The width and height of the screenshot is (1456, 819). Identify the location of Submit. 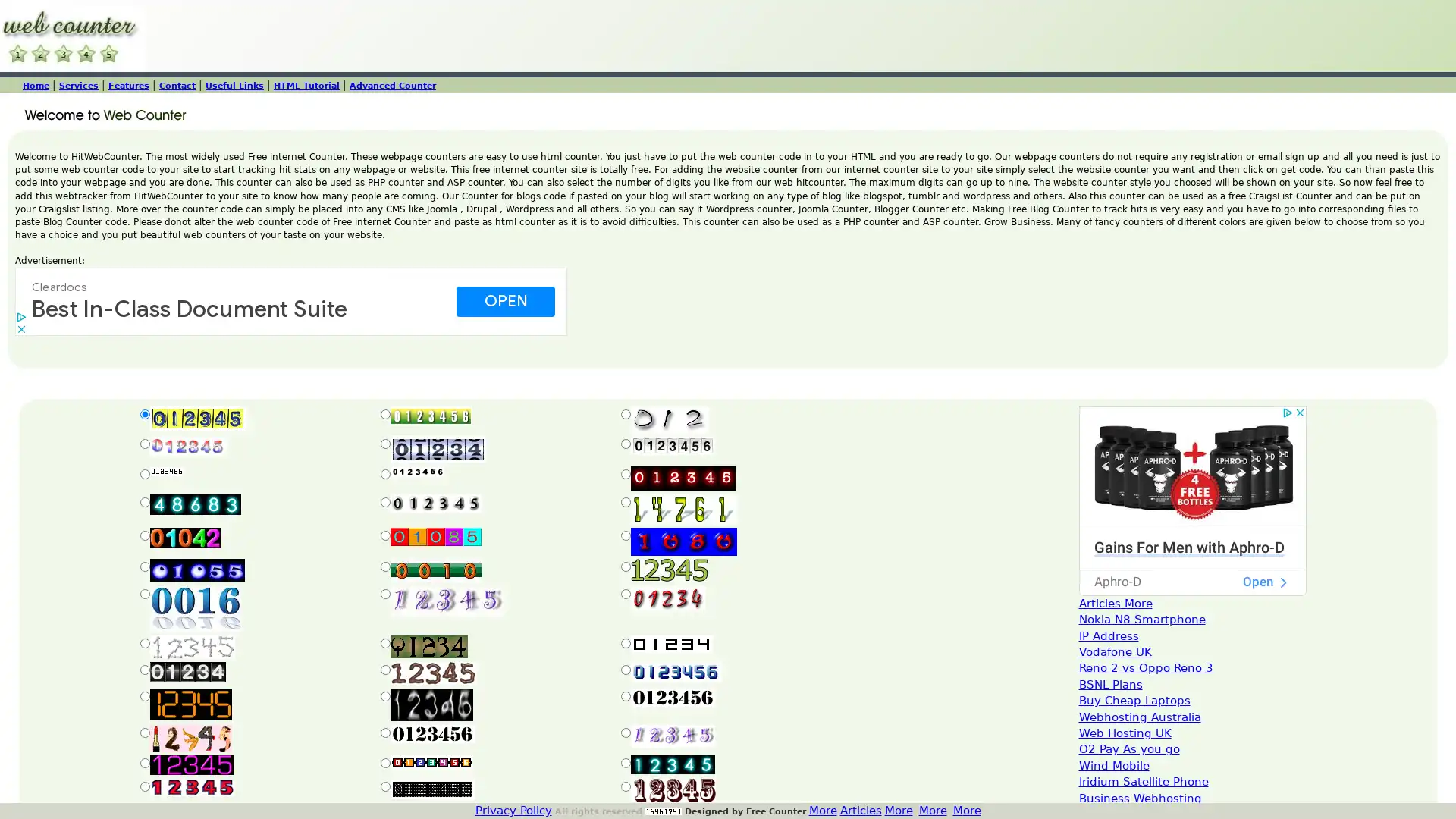
(431, 733).